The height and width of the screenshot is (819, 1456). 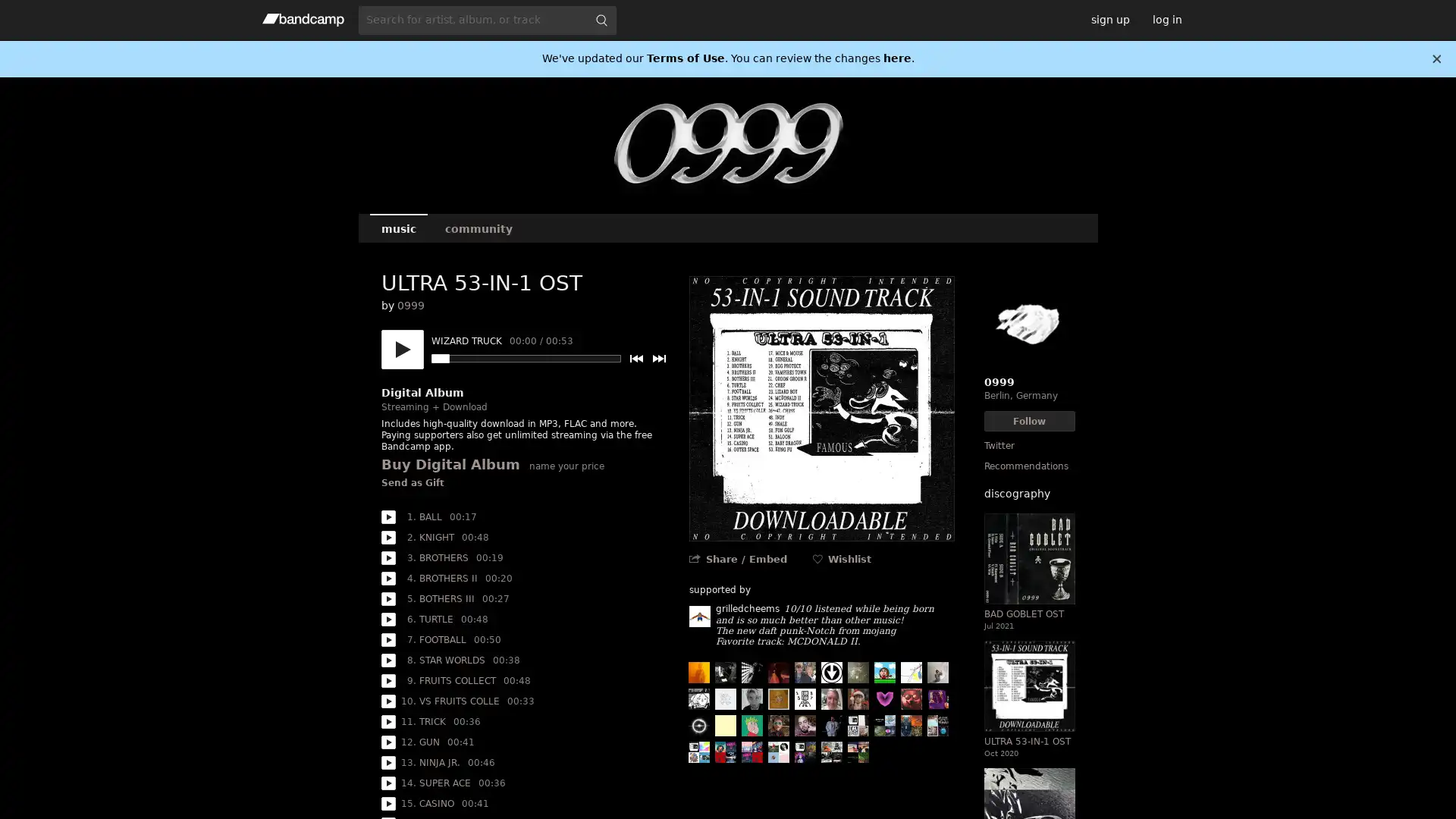 I want to click on Play KNIGHT, so click(x=388, y=537).